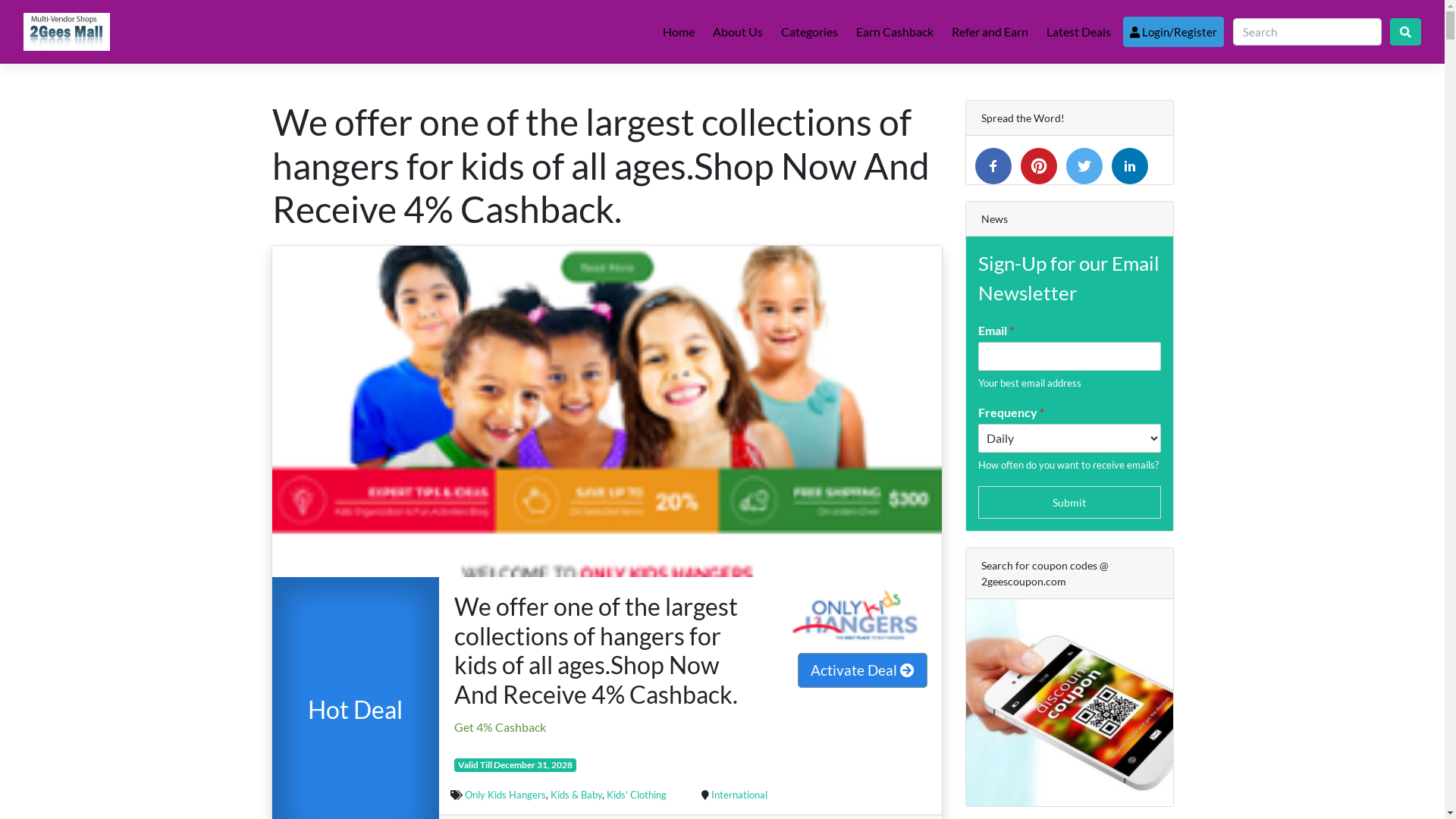 This screenshot has width=1456, height=819. I want to click on 'Earn Cashback', so click(895, 32).